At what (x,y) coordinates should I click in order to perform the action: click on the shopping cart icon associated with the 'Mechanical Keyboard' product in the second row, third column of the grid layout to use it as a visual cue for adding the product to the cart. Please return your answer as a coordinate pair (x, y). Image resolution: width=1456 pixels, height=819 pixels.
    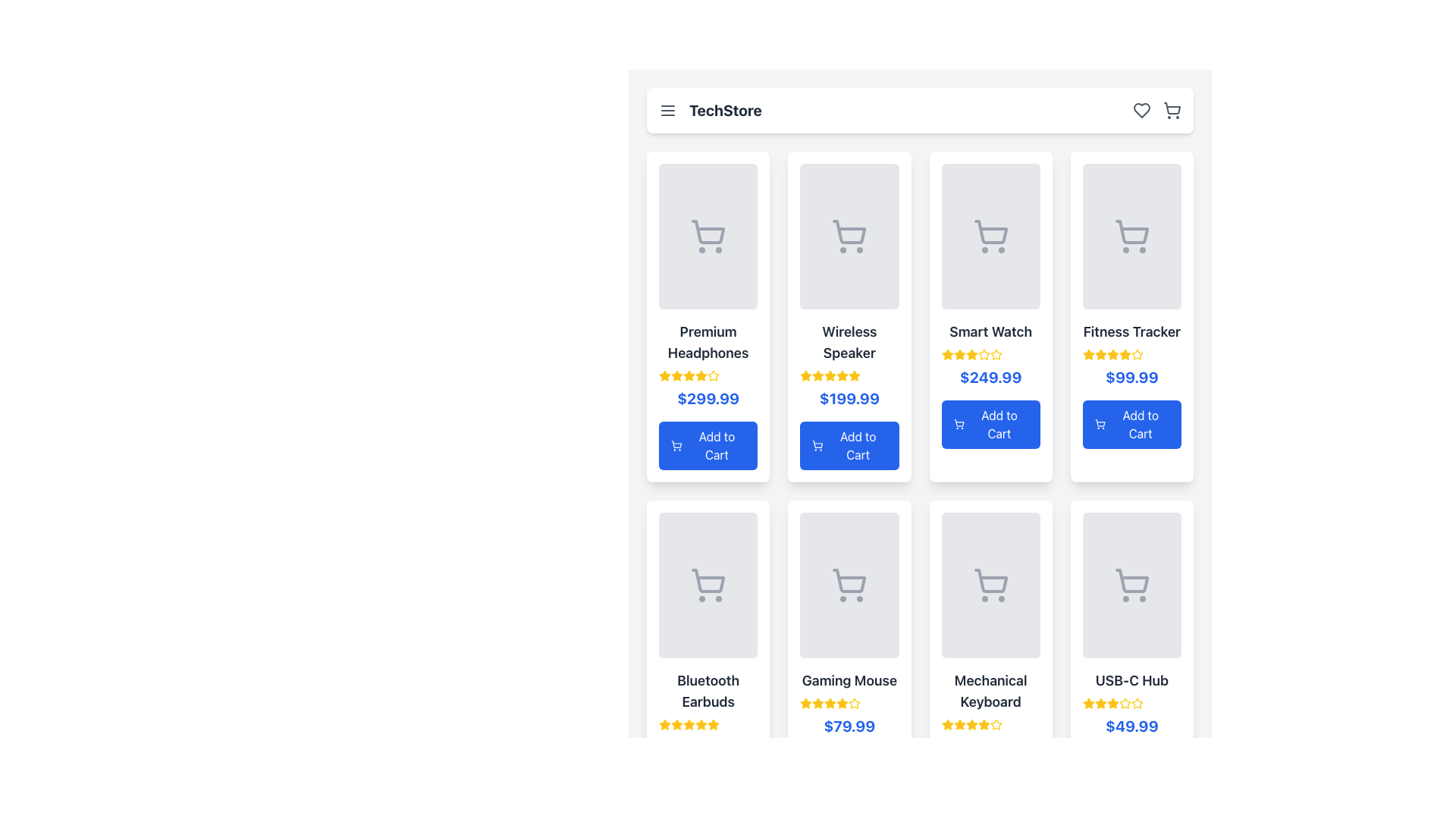
    Looking at the image, I should click on (990, 584).